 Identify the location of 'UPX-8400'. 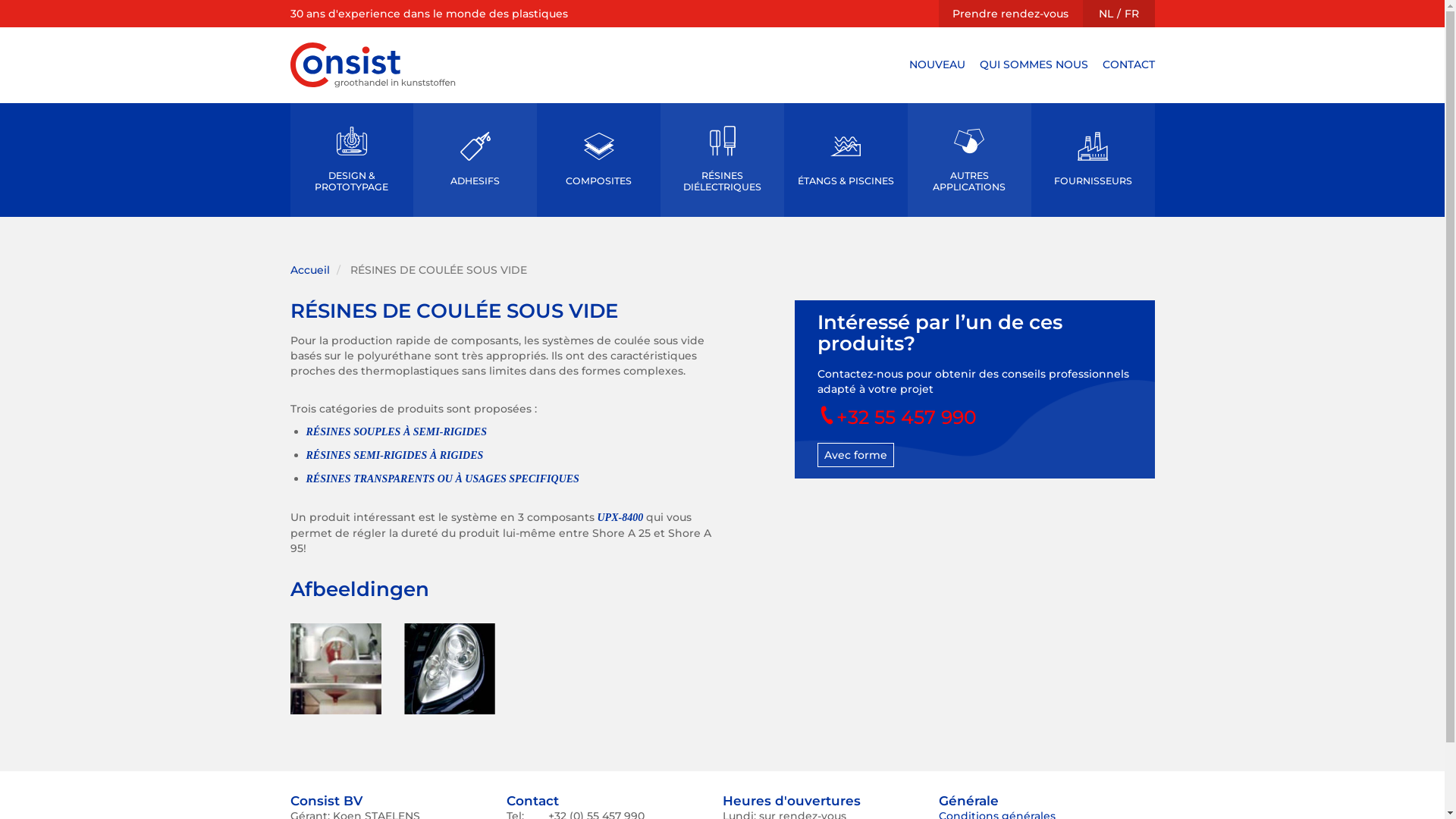
(620, 516).